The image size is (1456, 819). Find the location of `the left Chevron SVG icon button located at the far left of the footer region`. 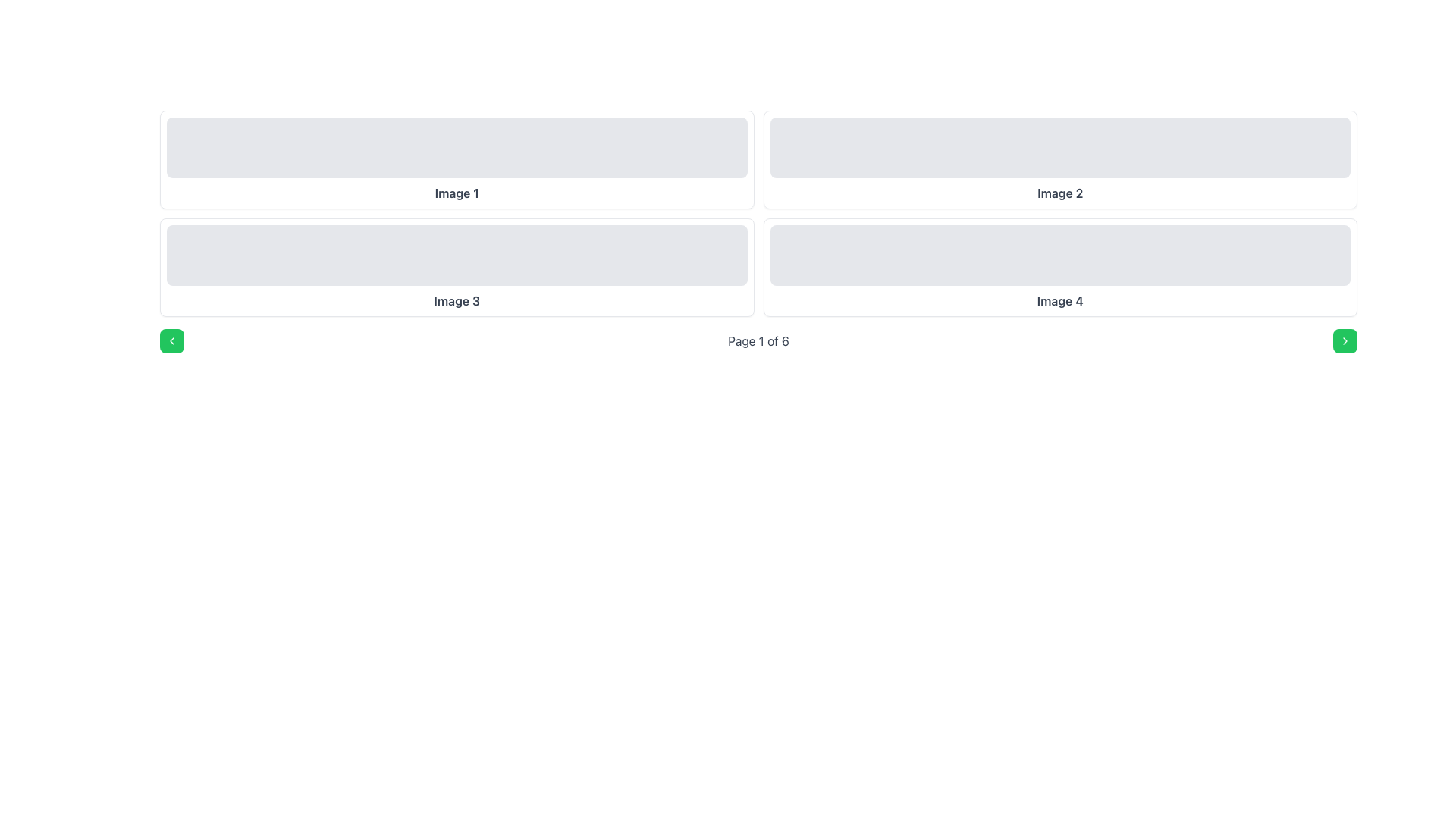

the left Chevron SVG icon button located at the far left of the footer region is located at coordinates (171, 341).